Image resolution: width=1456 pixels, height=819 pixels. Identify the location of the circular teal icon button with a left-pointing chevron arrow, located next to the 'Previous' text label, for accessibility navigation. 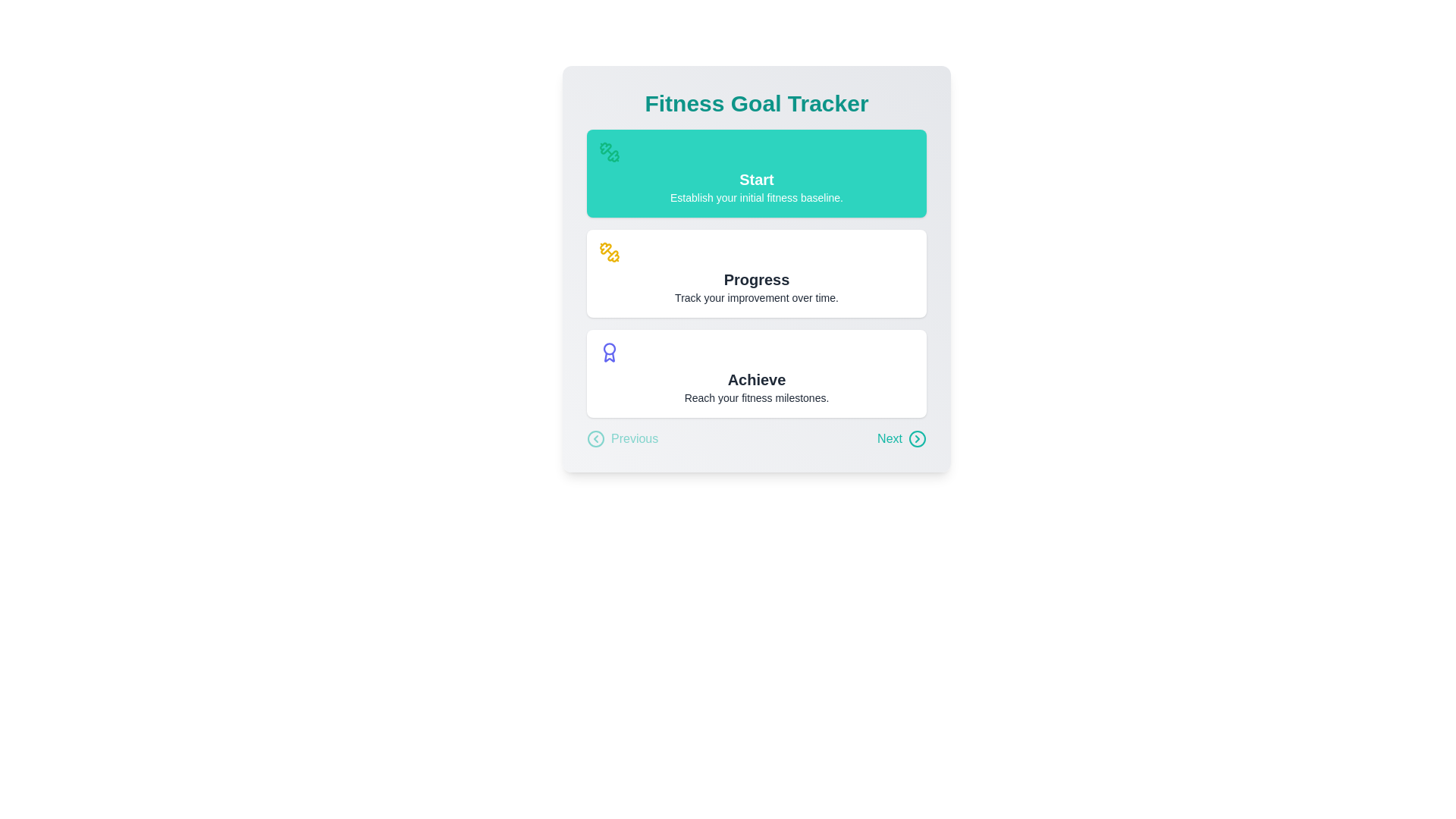
(595, 438).